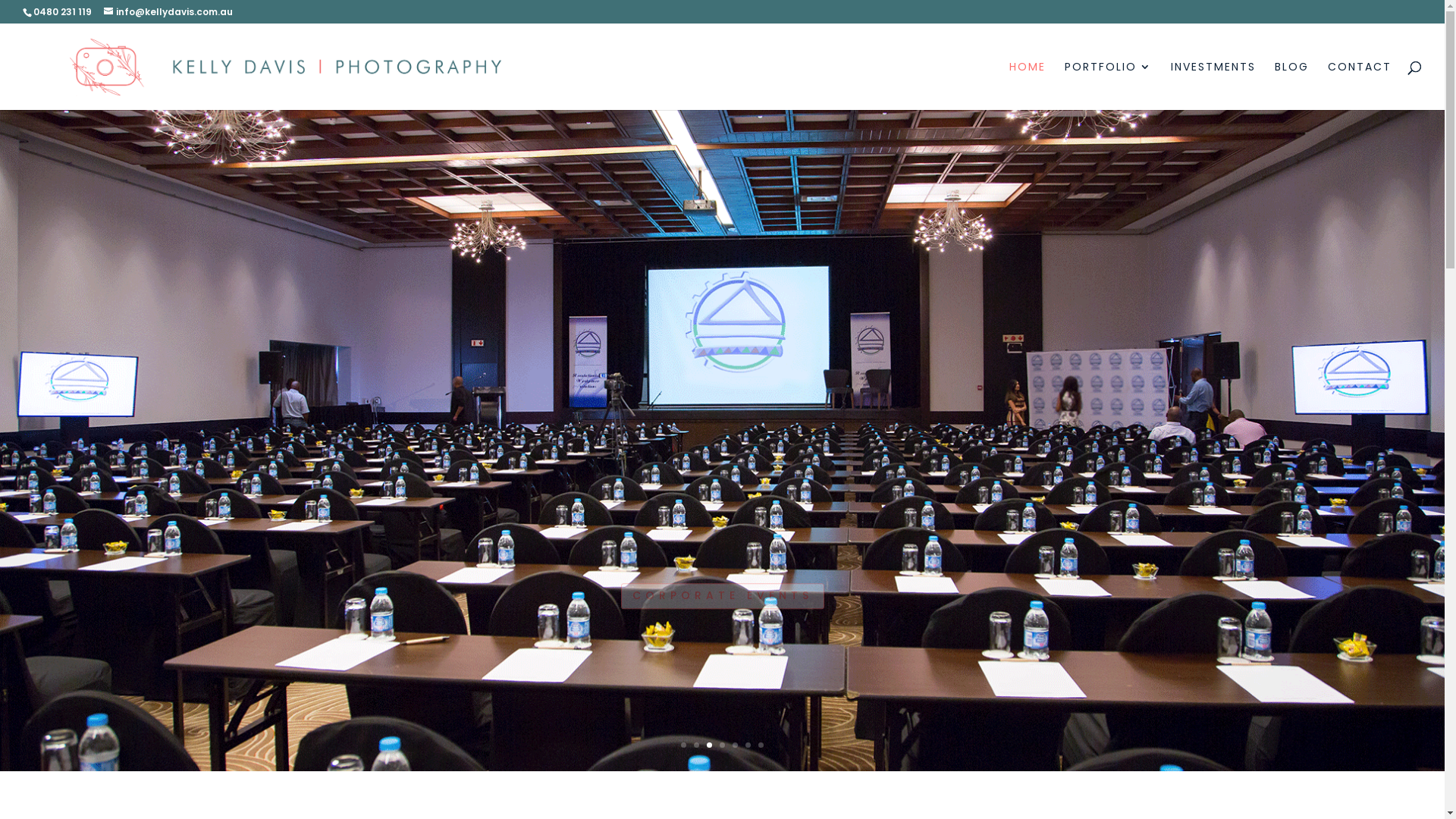  Describe the element at coordinates (1212, 85) in the screenshot. I see `'INVESTMENTS'` at that location.